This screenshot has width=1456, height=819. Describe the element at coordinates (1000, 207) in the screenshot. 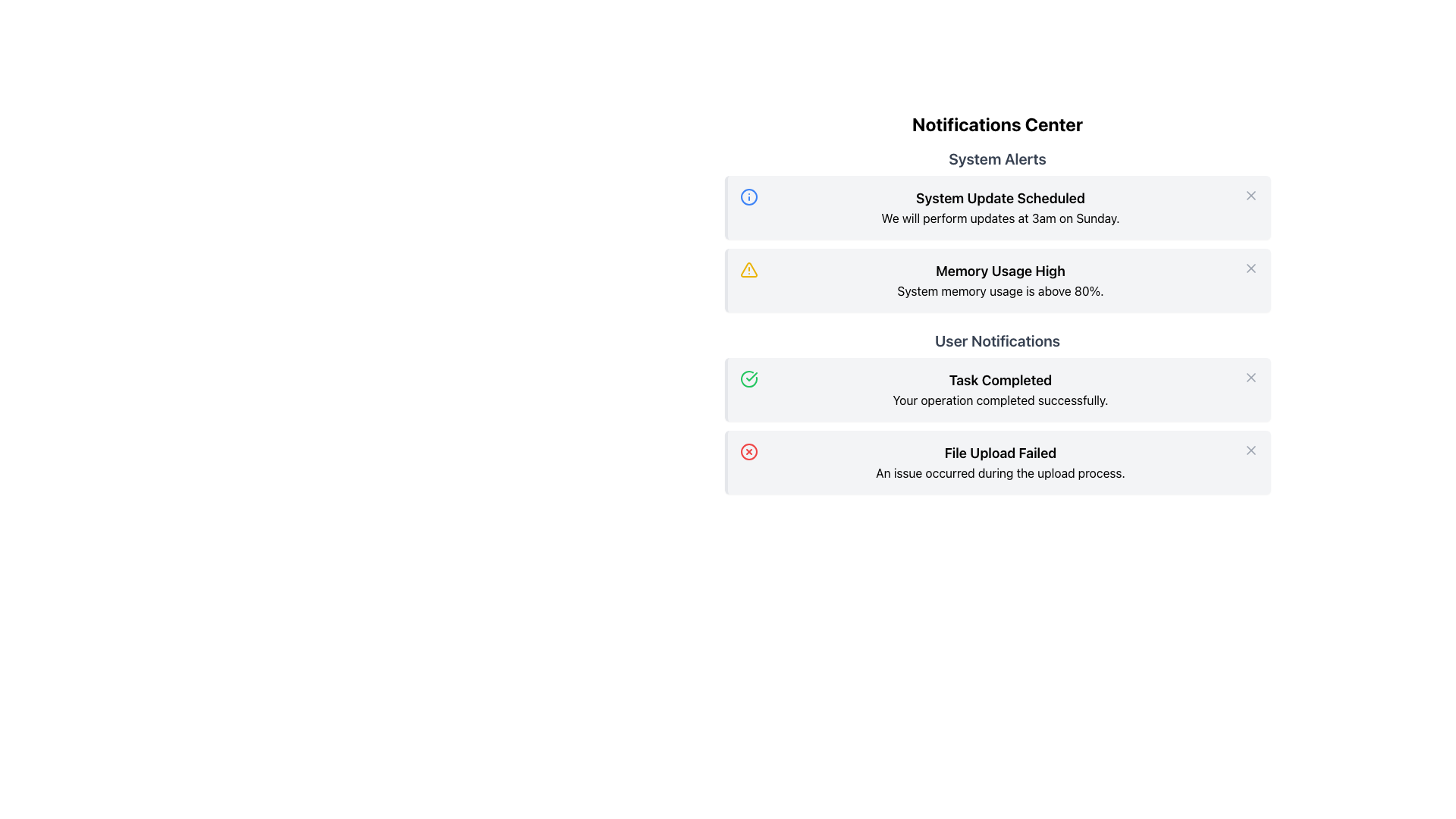

I see `the text block notification titled 'System Update Scheduled' which contains the subtext 'We will perform updates at 3am on Sunday.' located in the Notifications Center, specifically the second notification box from the top` at that location.